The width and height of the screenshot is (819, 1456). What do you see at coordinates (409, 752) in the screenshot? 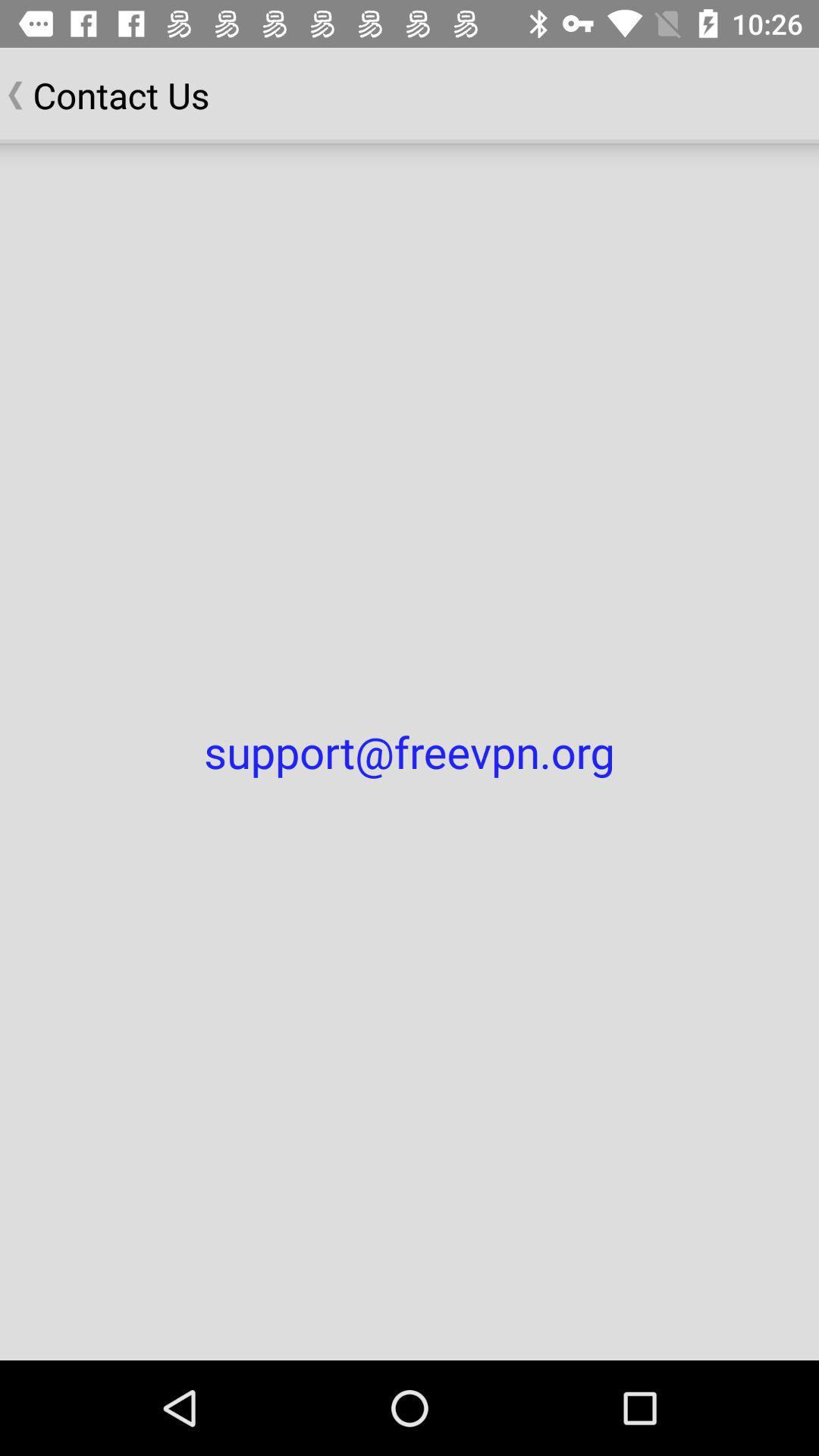
I see `the item below the contact us app` at bounding box center [409, 752].